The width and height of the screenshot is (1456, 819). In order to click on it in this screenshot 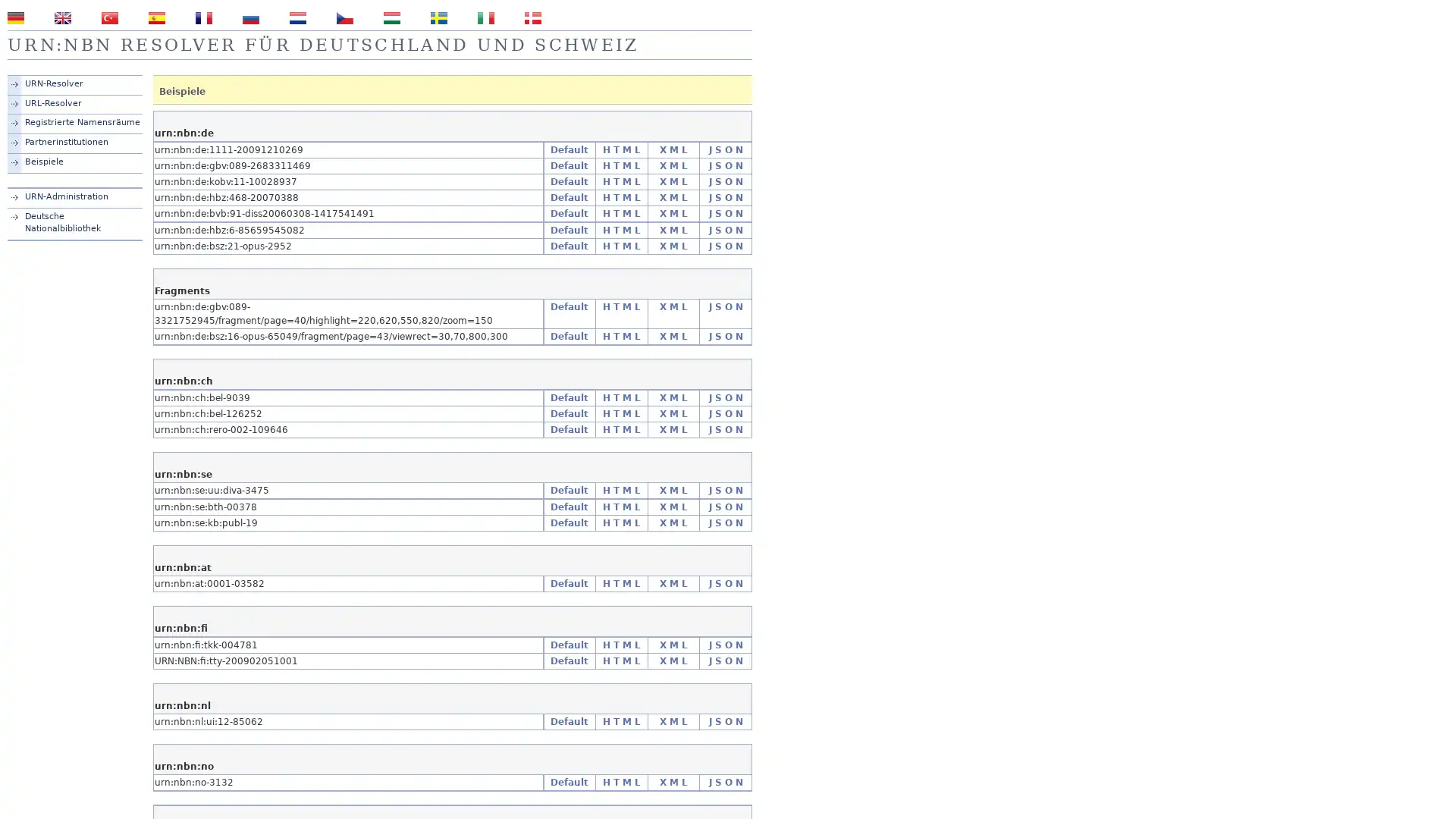, I will do `click(486, 17)`.